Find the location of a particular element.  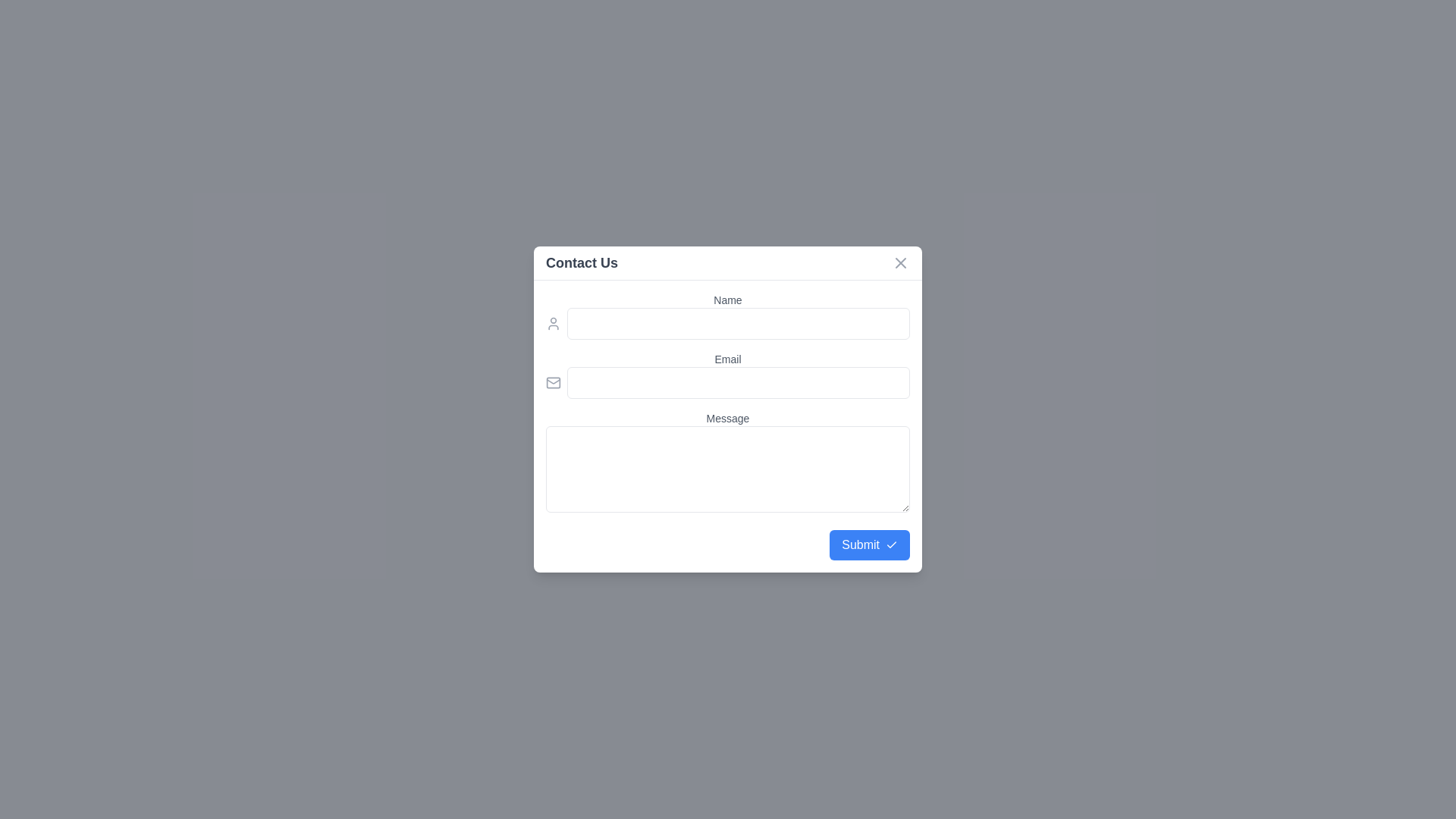

the diagonal cross symbol in the top-right corner of the modal's header area to indicate interactivity is located at coordinates (901, 262).